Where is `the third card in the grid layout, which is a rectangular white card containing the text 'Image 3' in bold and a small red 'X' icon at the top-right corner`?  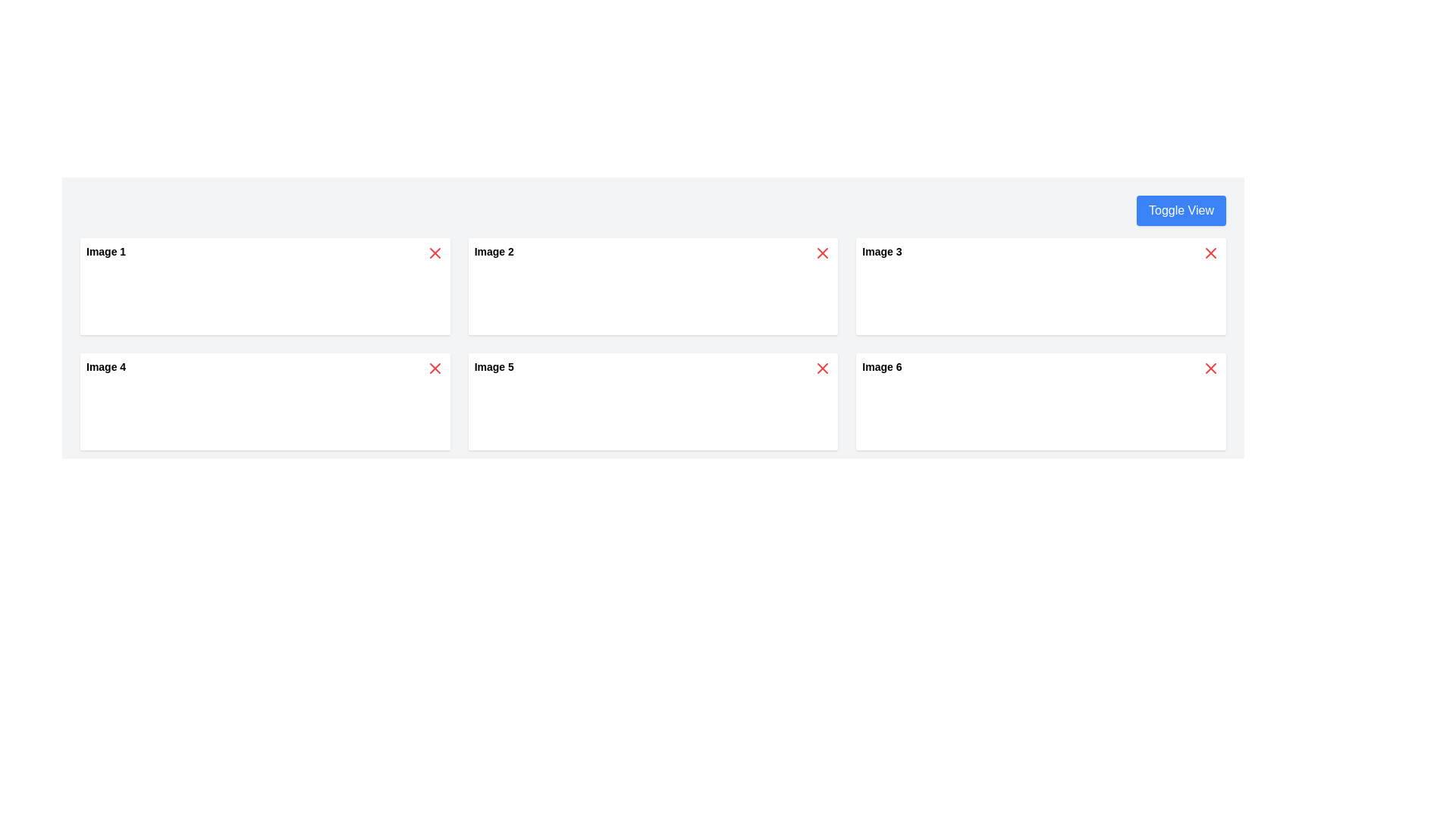 the third card in the grid layout, which is a rectangular white card containing the text 'Image 3' in bold and a small red 'X' icon at the top-right corner is located at coordinates (1040, 287).